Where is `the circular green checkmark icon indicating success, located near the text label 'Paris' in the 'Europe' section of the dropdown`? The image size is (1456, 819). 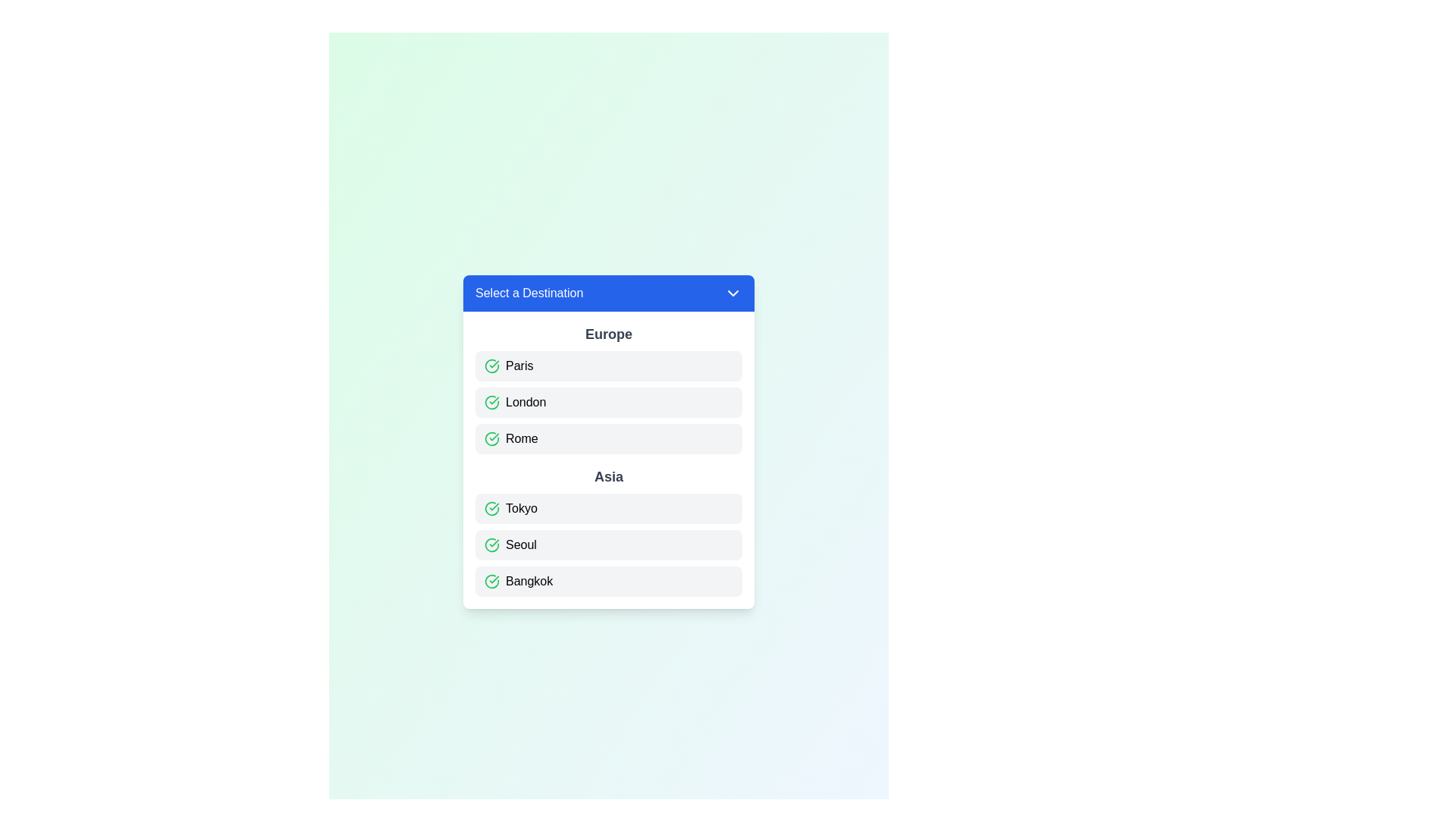
the circular green checkmark icon indicating success, located near the text label 'Paris' in the 'Europe' section of the dropdown is located at coordinates (491, 366).